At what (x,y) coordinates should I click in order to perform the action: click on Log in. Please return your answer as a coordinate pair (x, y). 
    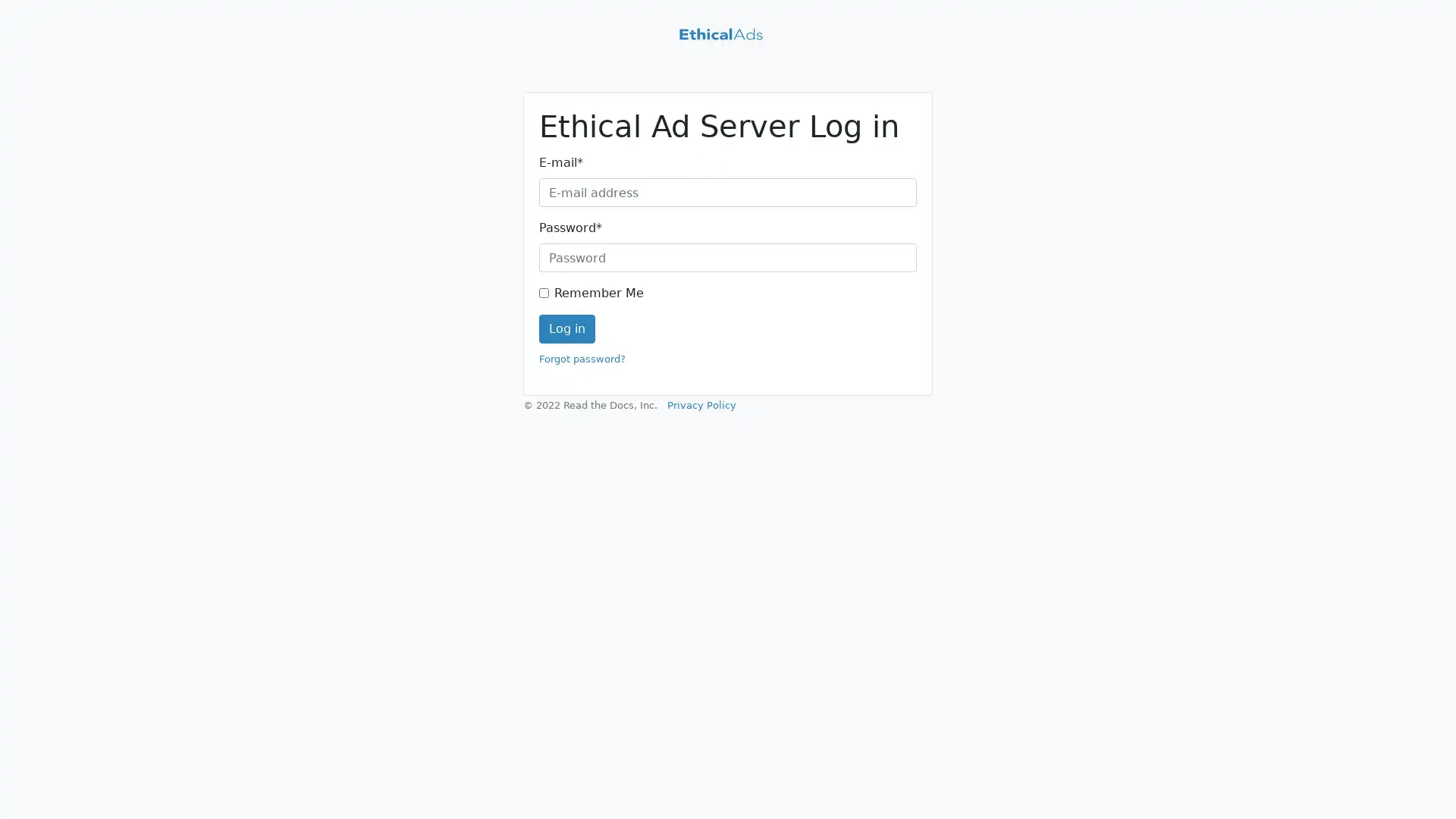
    Looking at the image, I should click on (566, 328).